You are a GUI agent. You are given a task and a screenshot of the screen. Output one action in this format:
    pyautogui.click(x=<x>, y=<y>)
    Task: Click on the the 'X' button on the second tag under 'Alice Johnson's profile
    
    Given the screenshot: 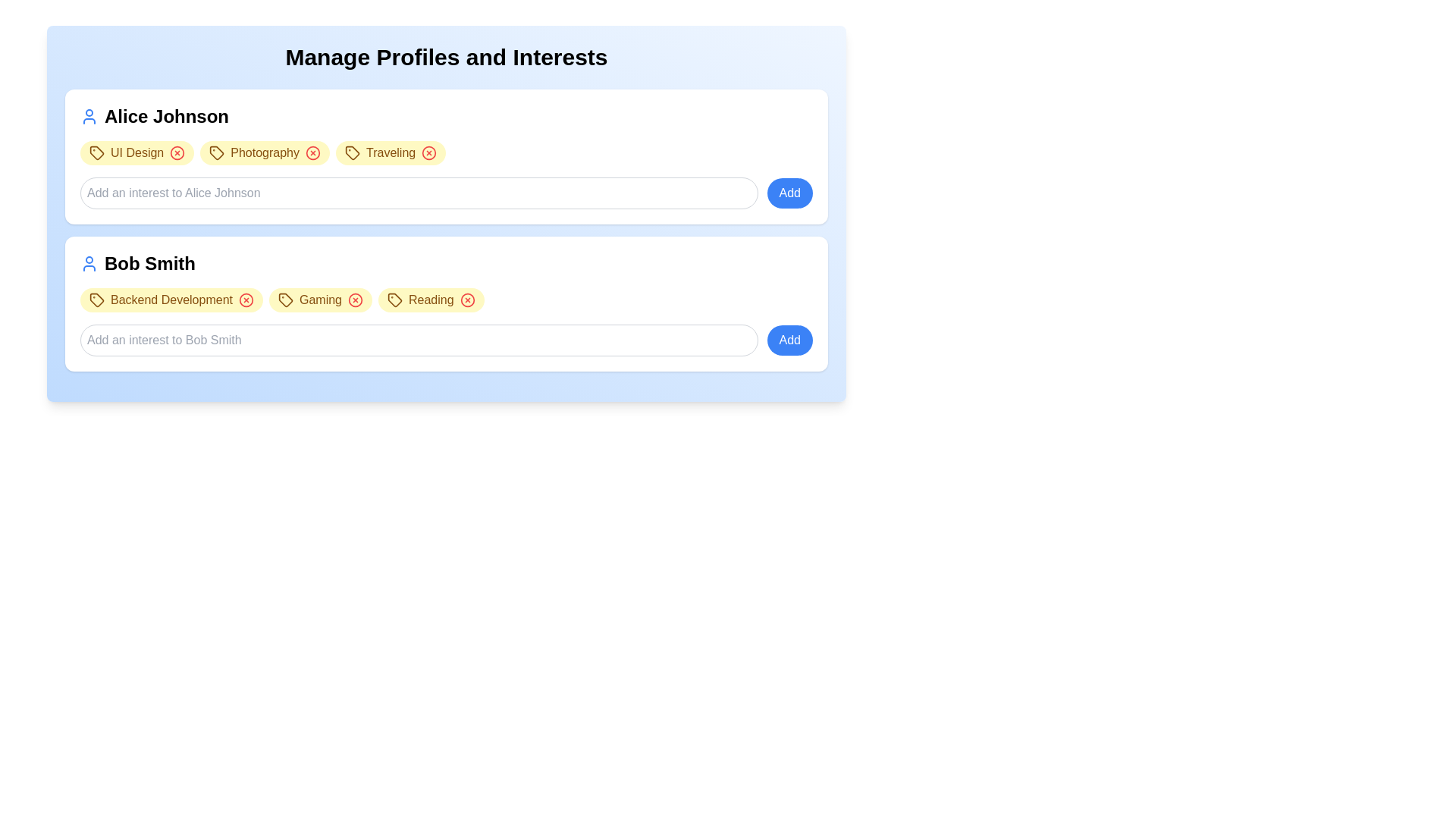 What is the action you would take?
    pyautogui.click(x=265, y=152)
    